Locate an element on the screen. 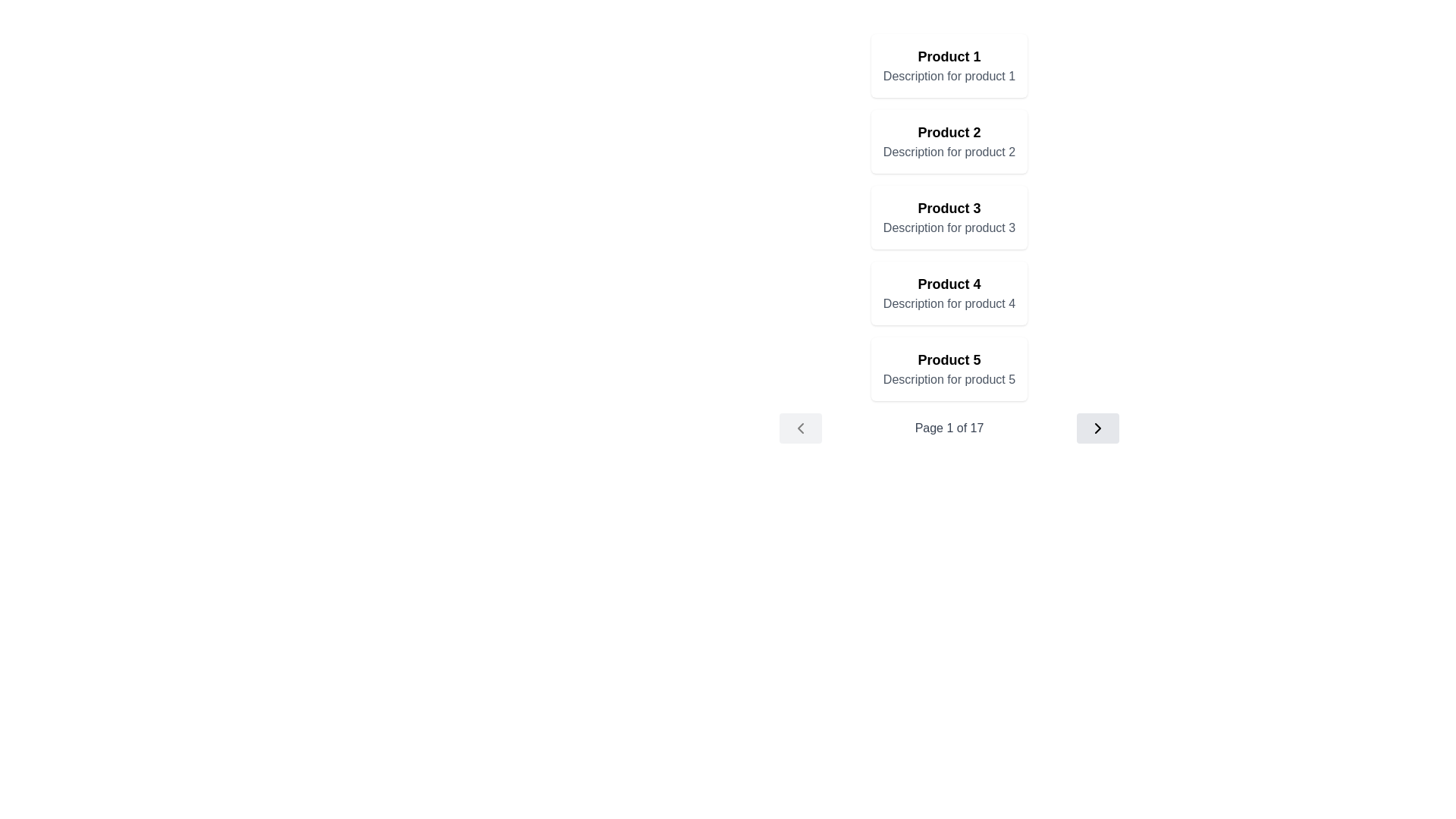 This screenshot has height=819, width=1456. text label indicating the current page number and total number of pages, which is centered between the navigation arrows in the paginated view is located at coordinates (949, 428).